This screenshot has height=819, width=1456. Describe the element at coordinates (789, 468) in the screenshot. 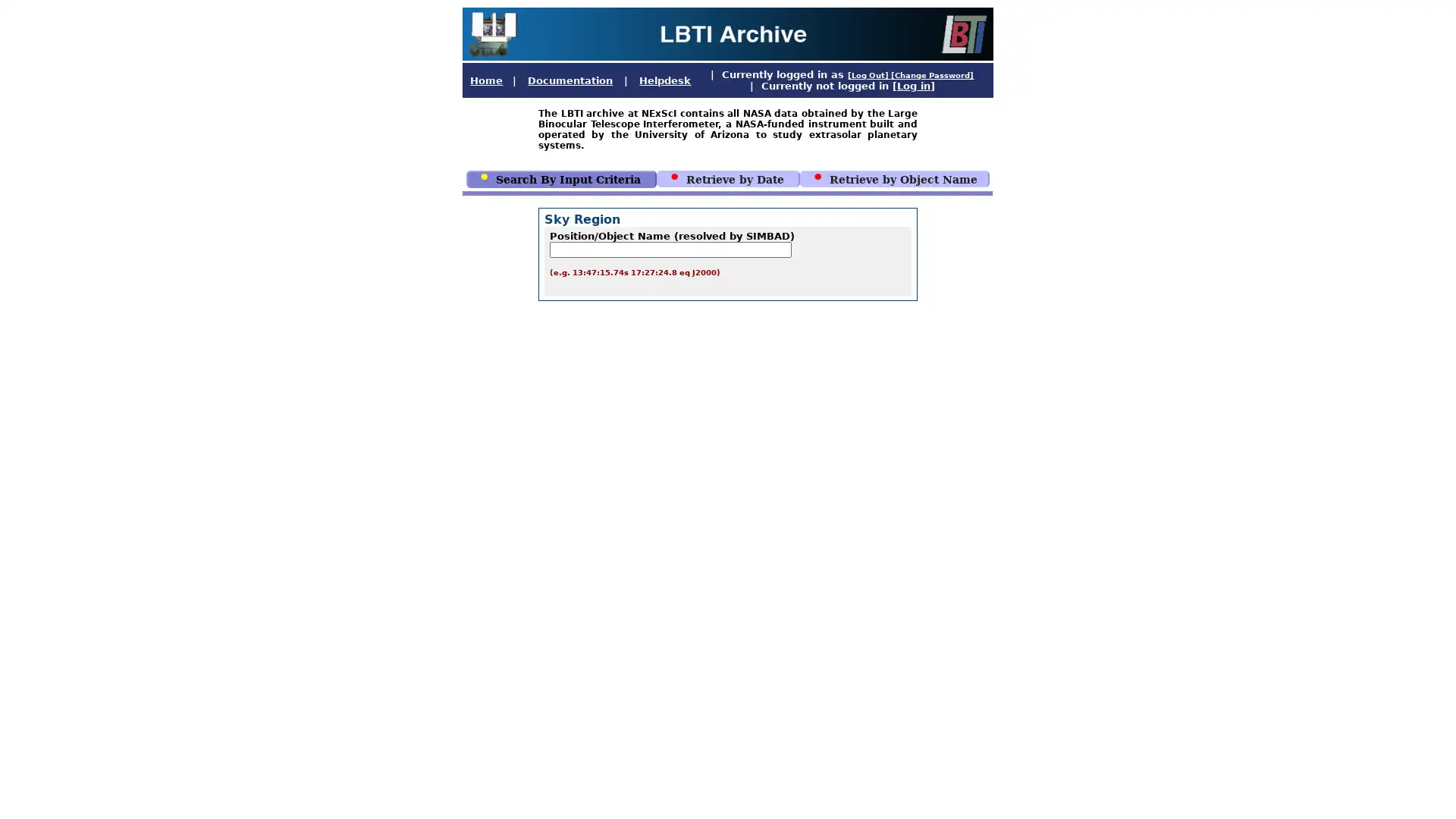

I see `Reset` at that location.